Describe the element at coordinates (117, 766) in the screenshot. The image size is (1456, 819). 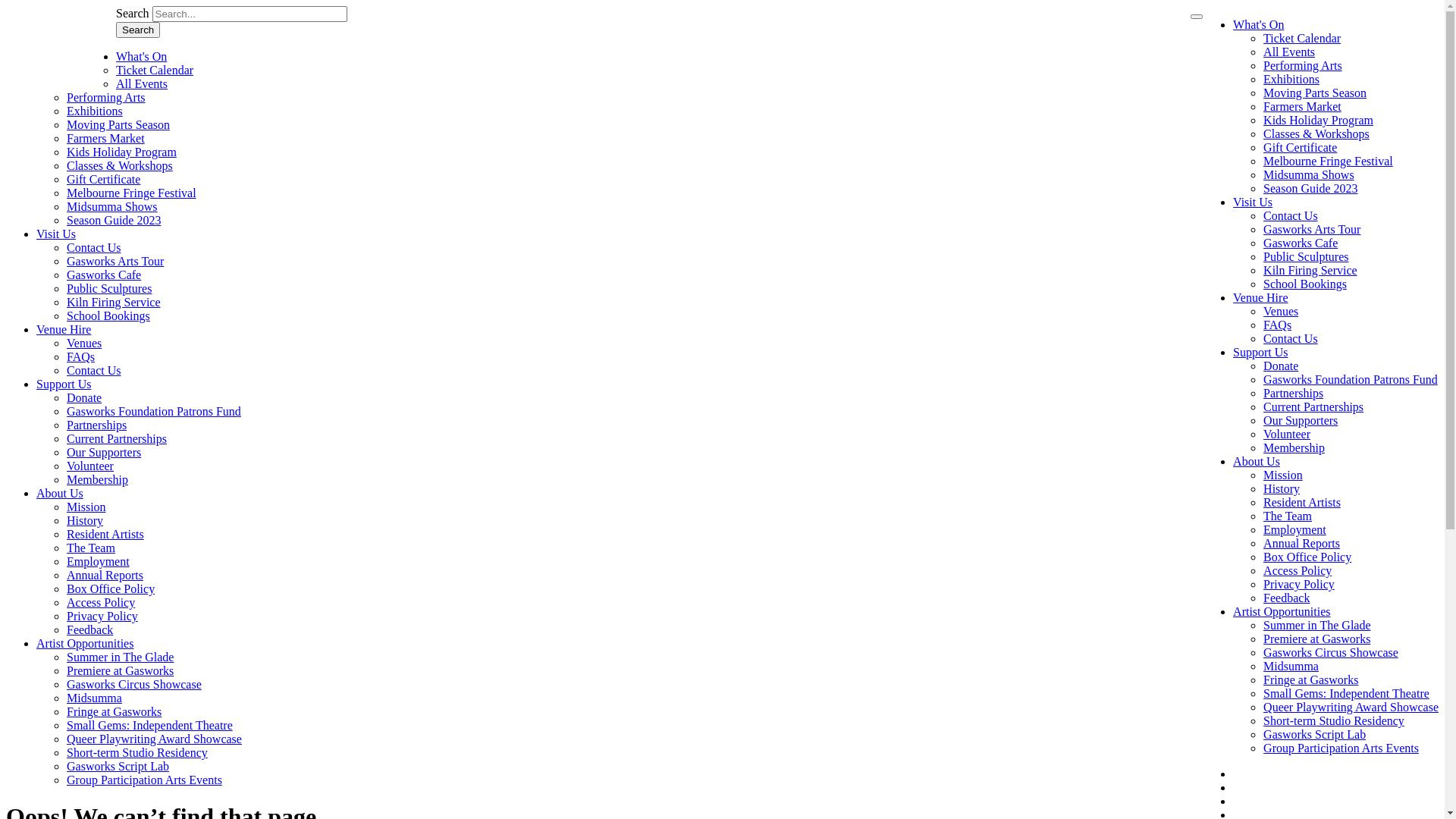
I see `'Gasworks Script Lab'` at that location.